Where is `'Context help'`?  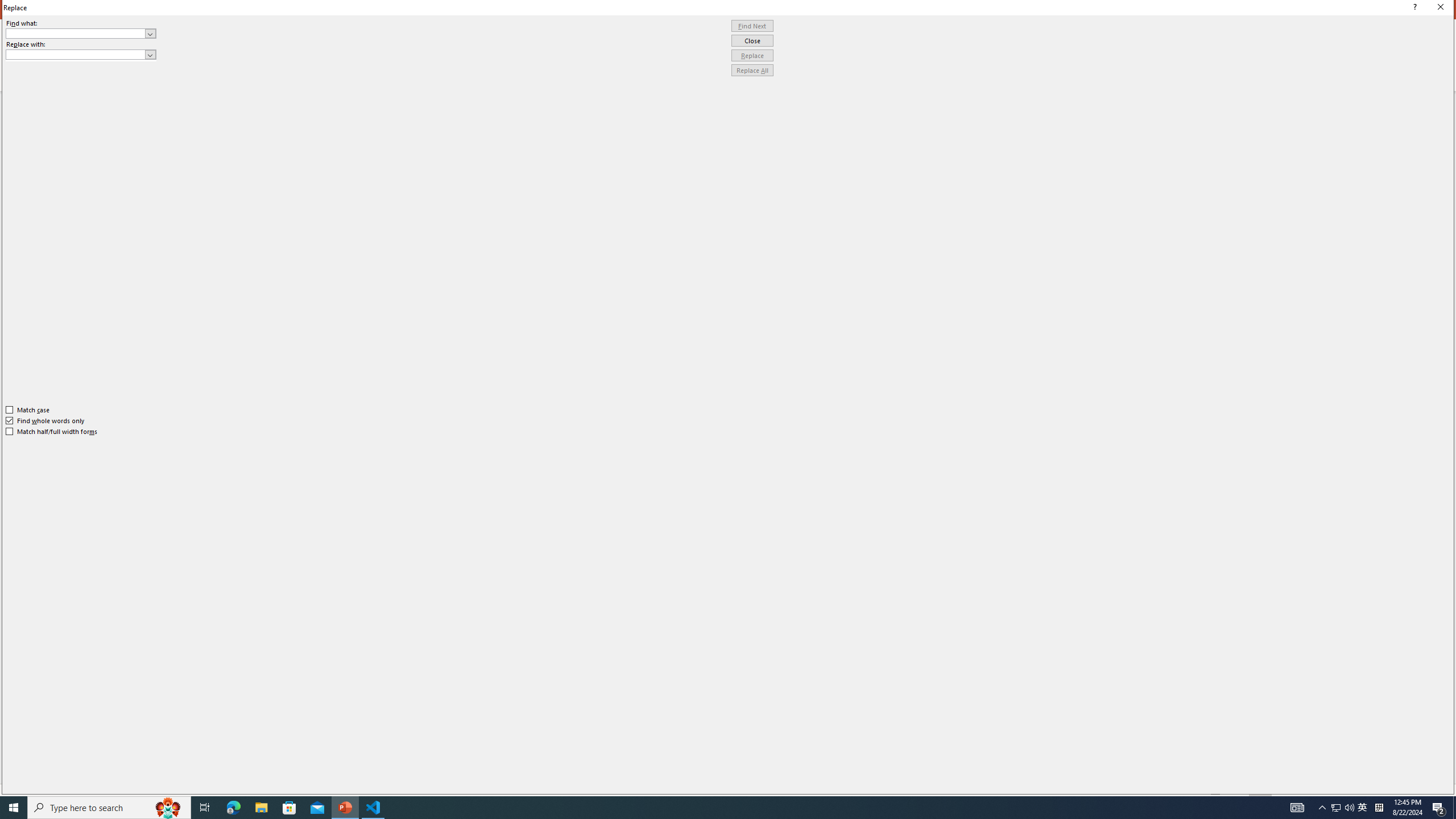 'Context help' is located at coordinates (1413, 9).